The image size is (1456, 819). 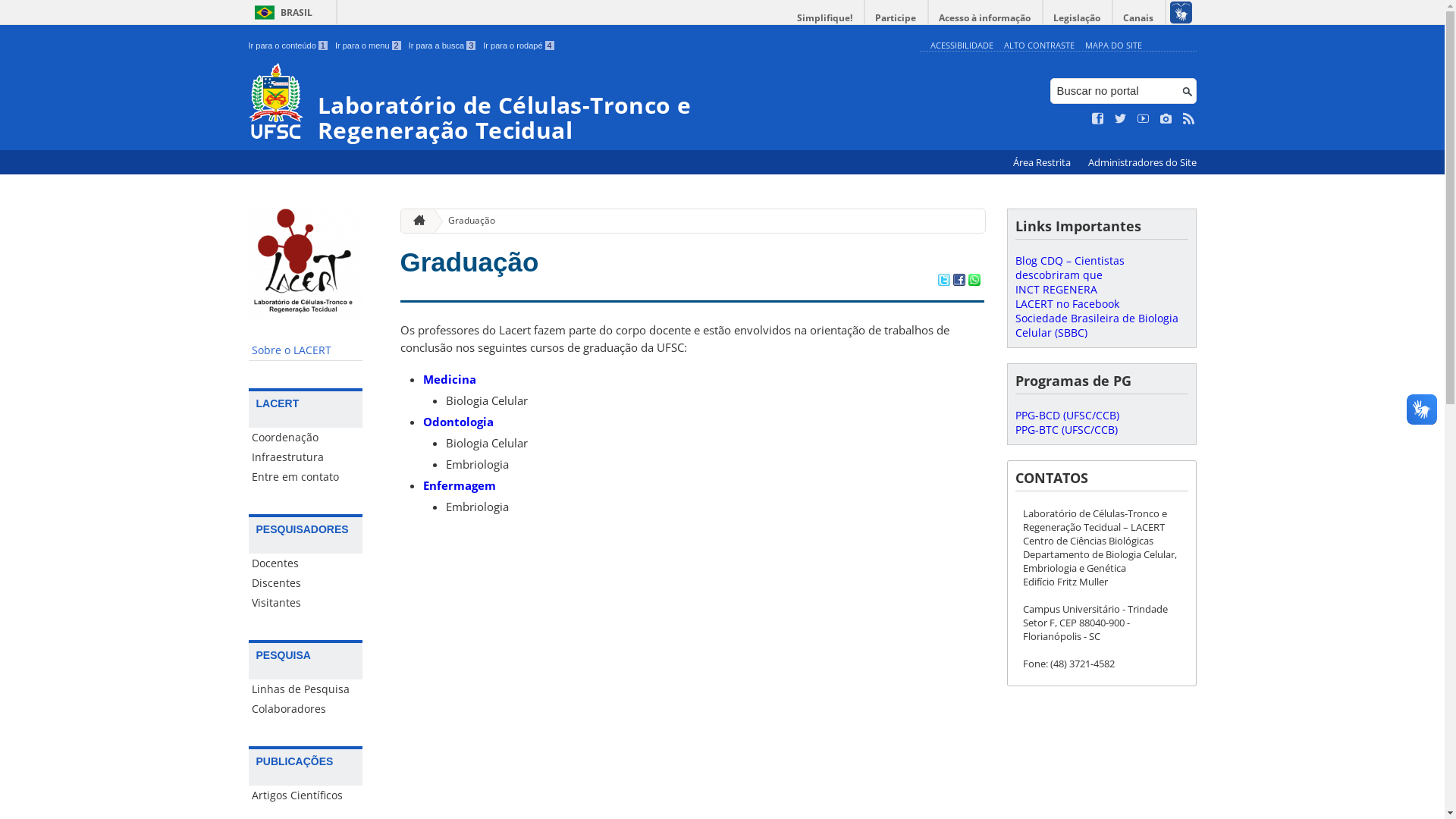 What do you see at coordinates (305, 601) in the screenshot?
I see `'Visitantes'` at bounding box center [305, 601].